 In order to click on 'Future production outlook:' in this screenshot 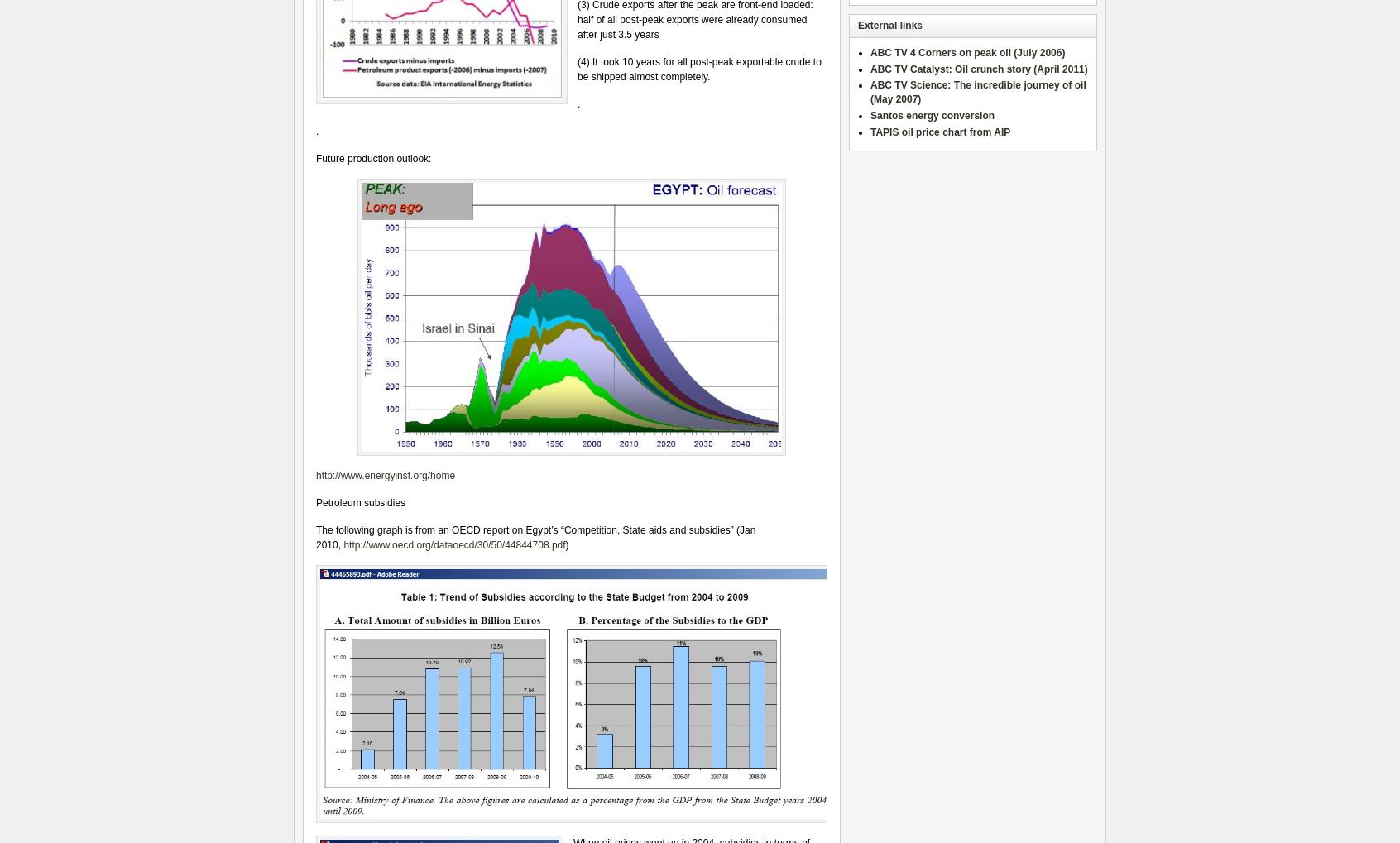, I will do `click(372, 157)`.